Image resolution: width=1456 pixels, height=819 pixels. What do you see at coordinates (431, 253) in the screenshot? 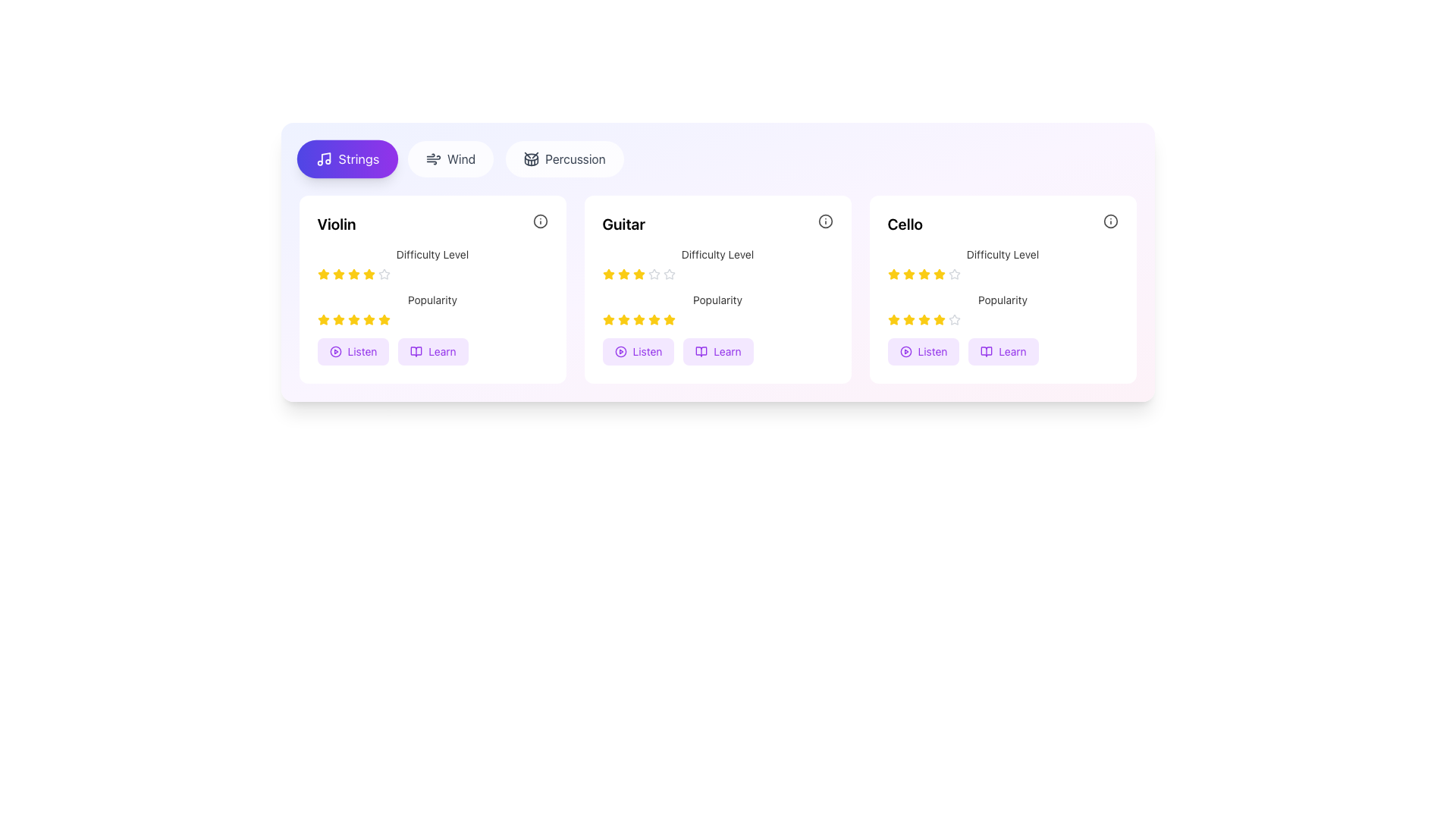
I see `the static text label that describes the difficulty level of the instrument, positioned in the content box for 'Violin', just below its title and above the rating stars` at bounding box center [431, 253].